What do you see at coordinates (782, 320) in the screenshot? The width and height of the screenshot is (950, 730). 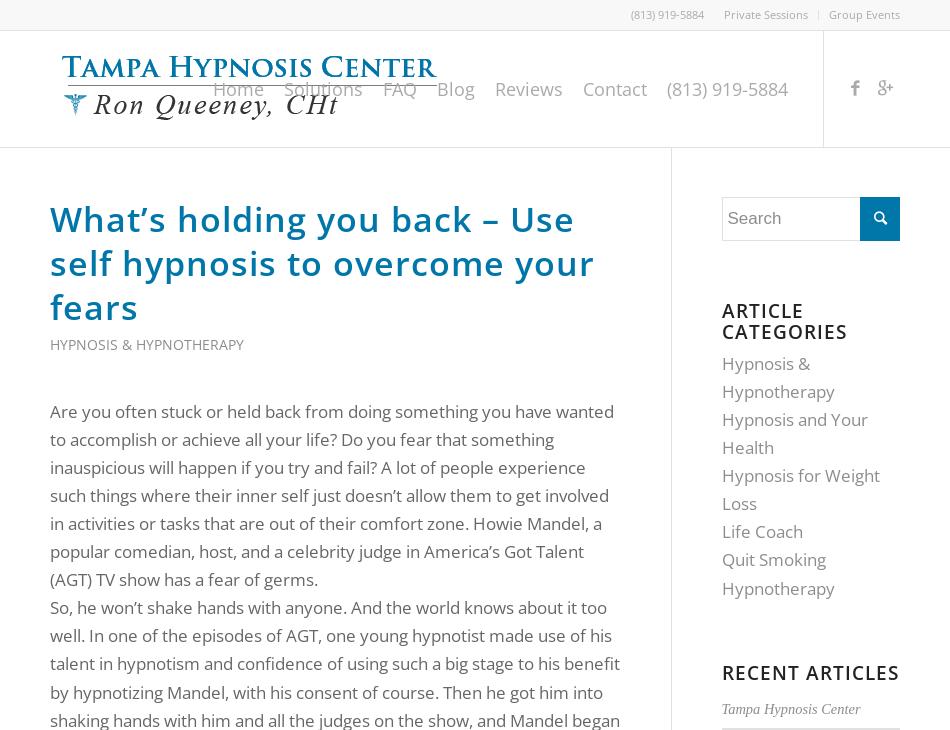 I see `'Article Categories'` at bounding box center [782, 320].